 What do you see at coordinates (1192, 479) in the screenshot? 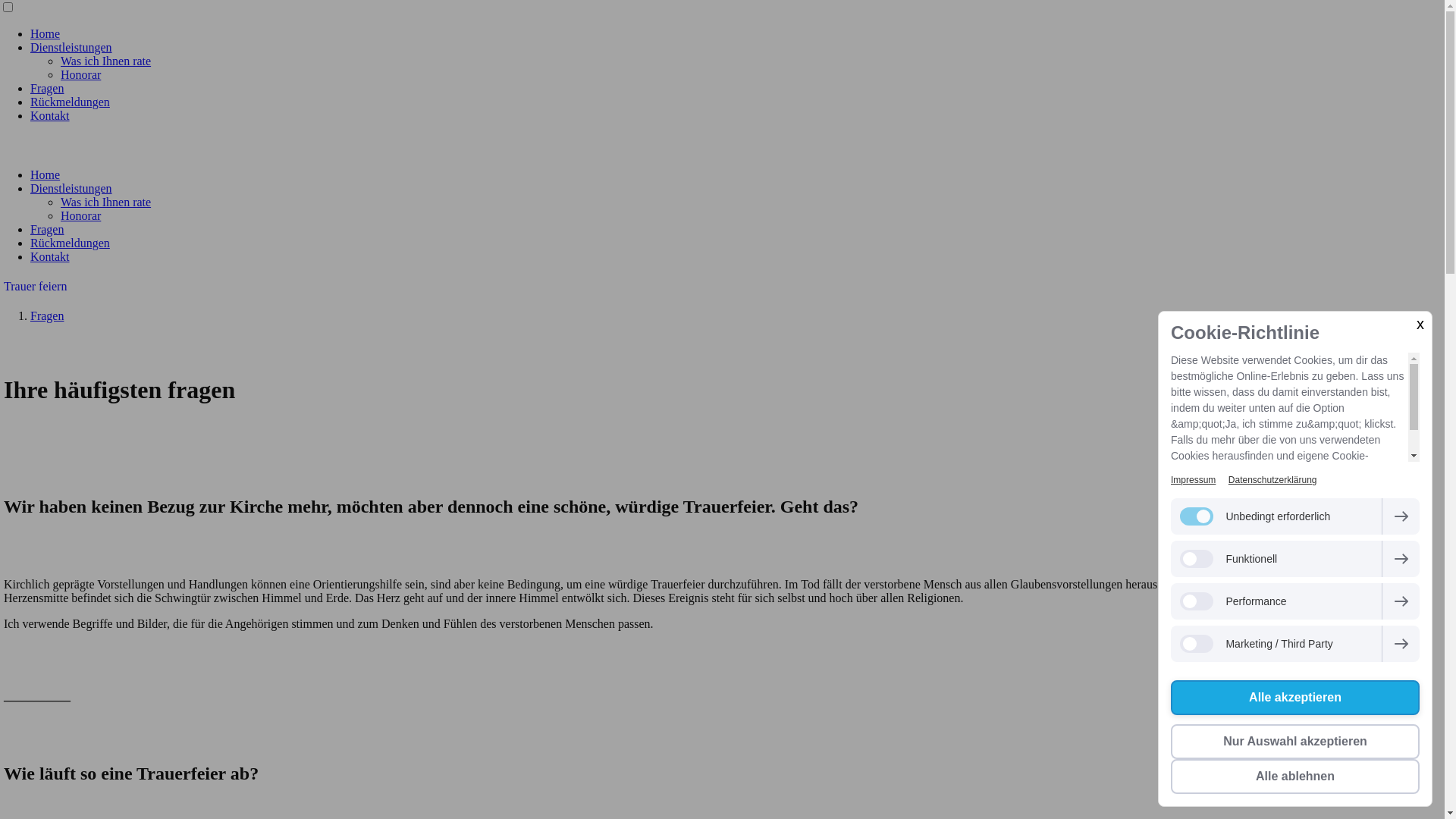
I see `'Impressum'` at bounding box center [1192, 479].